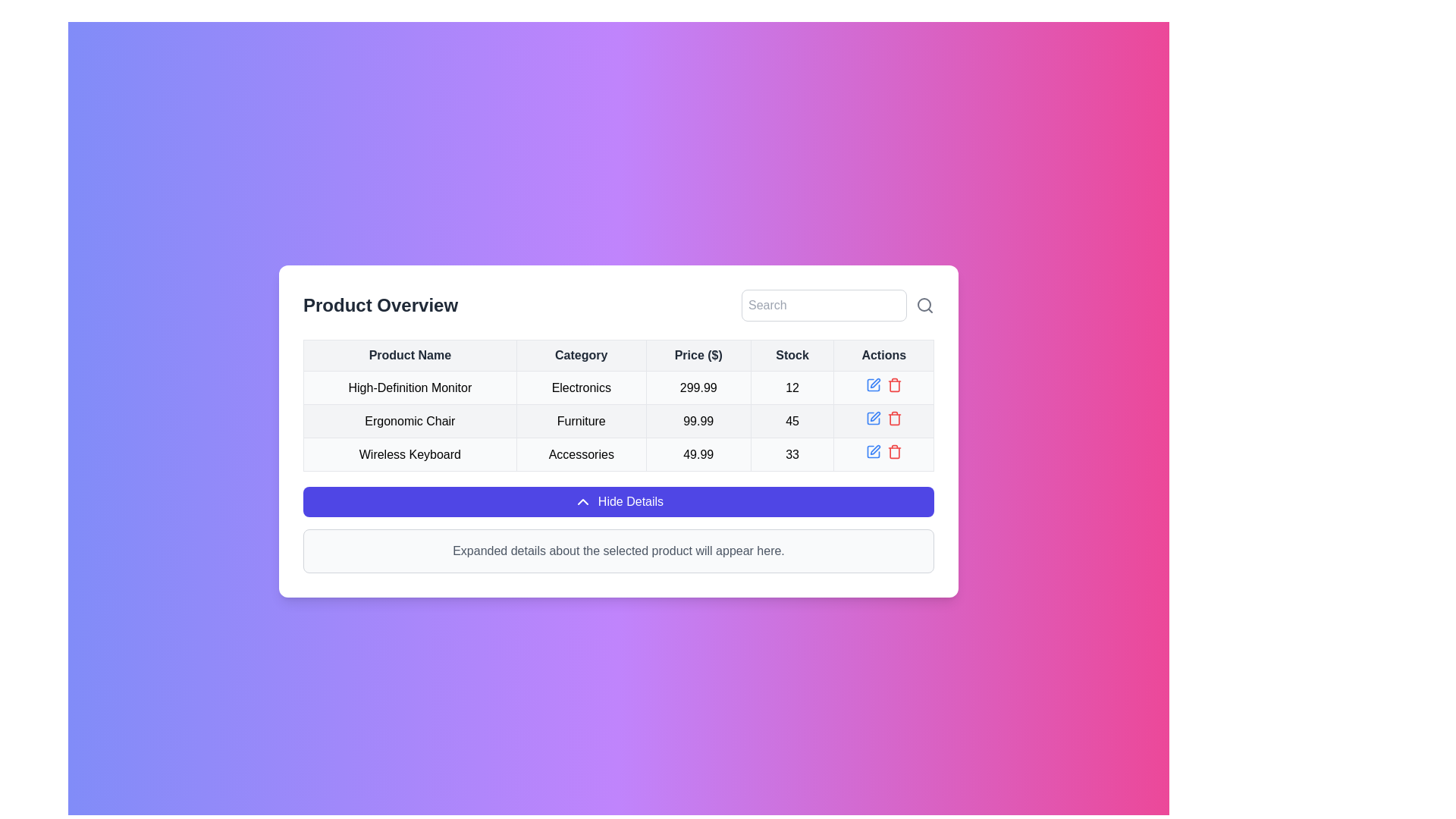 The height and width of the screenshot is (819, 1456). I want to click on the Table header cell for the 'Actions' column, which is the fifth and last item in the header row, located at the far right, so click(883, 356).